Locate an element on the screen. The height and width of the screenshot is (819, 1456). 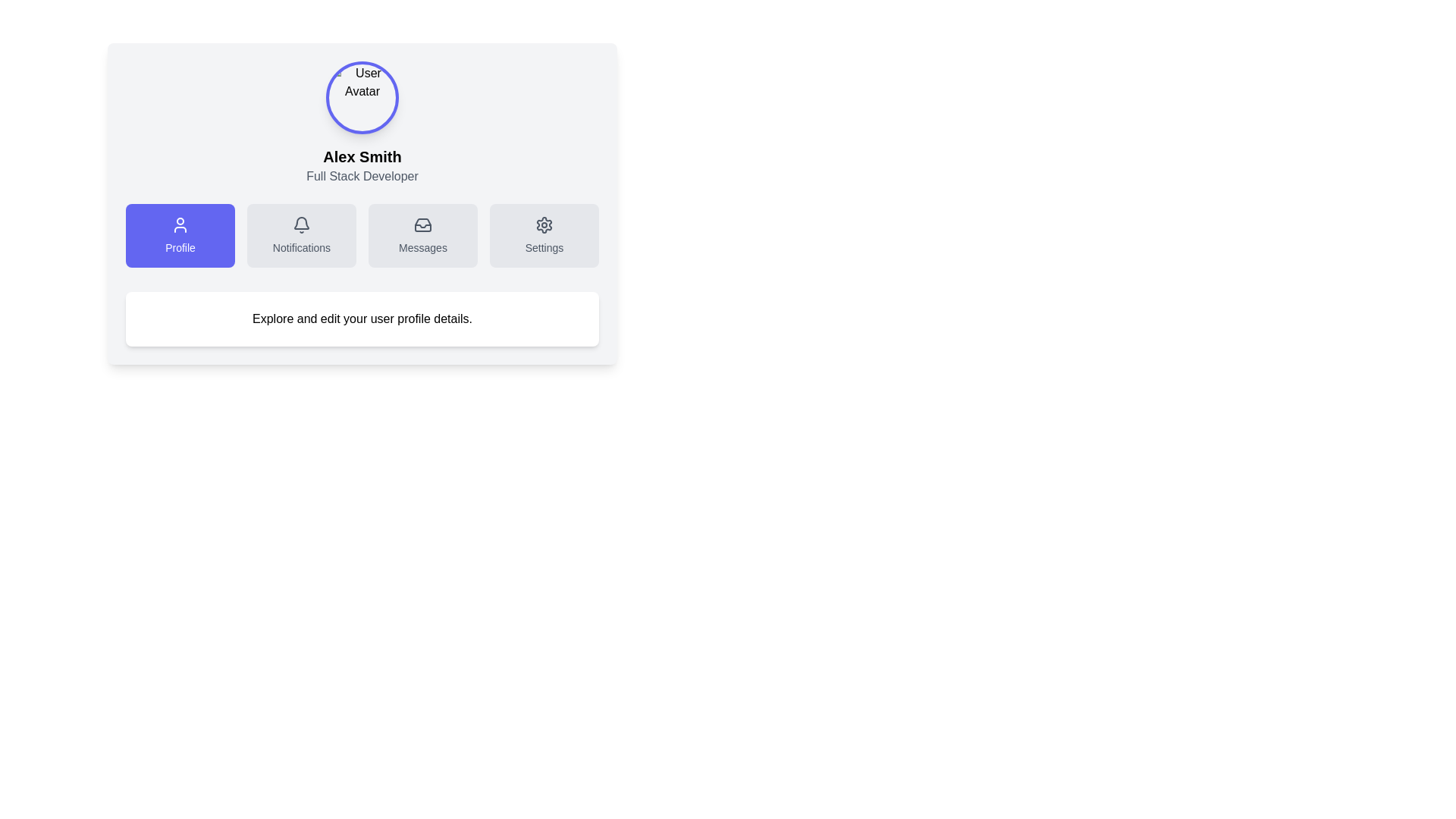
the 'Messages' navigation icon, which is the third element in the set of four navigation options (Profile, Notifications, Messages, Settings) is located at coordinates (422, 225).